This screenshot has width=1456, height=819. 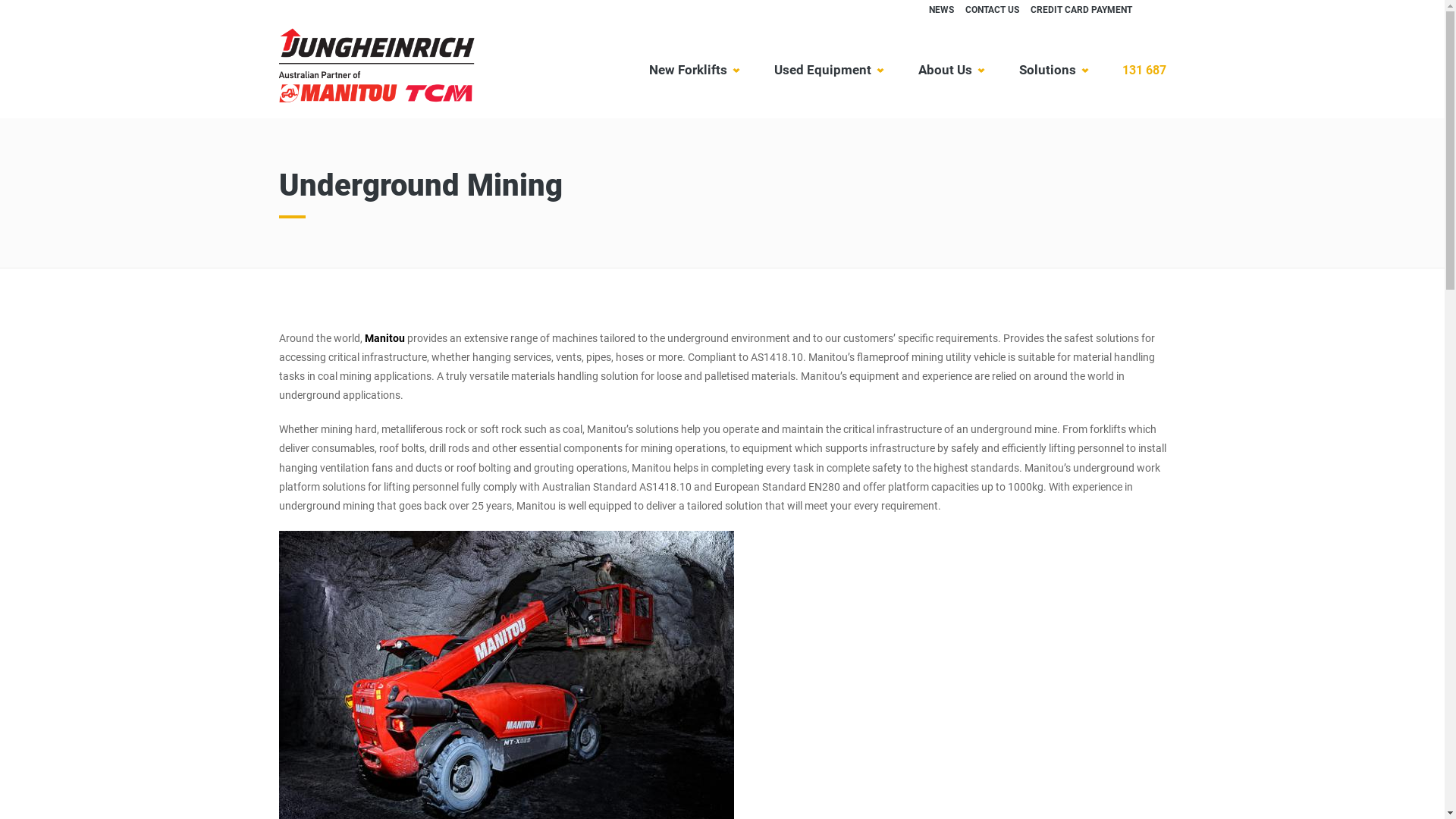 What do you see at coordinates (992, 9) in the screenshot?
I see `'CONTACT US'` at bounding box center [992, 9].